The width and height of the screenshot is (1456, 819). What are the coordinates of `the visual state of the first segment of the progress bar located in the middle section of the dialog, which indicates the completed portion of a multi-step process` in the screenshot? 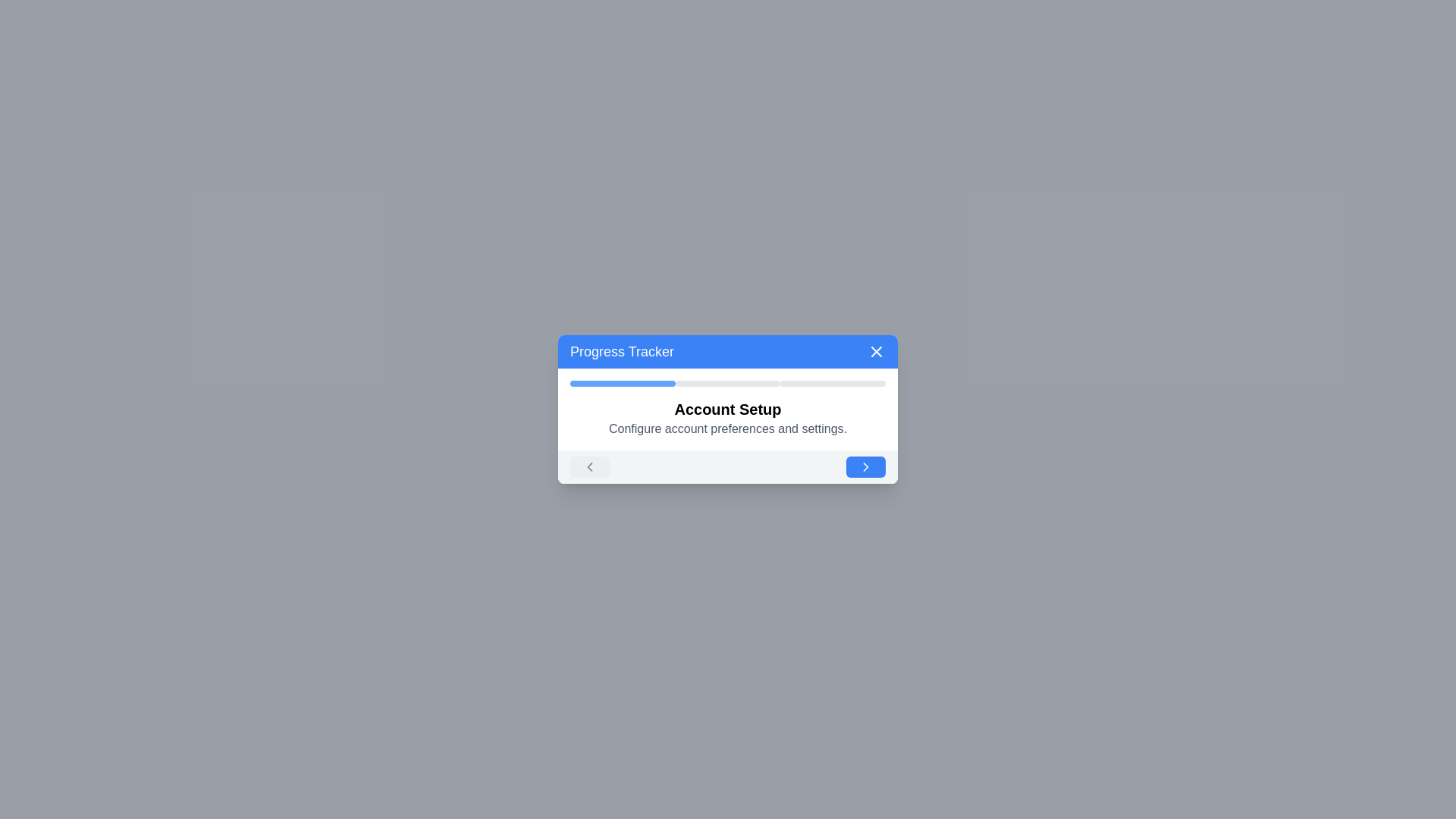 It's located at (623, 382).